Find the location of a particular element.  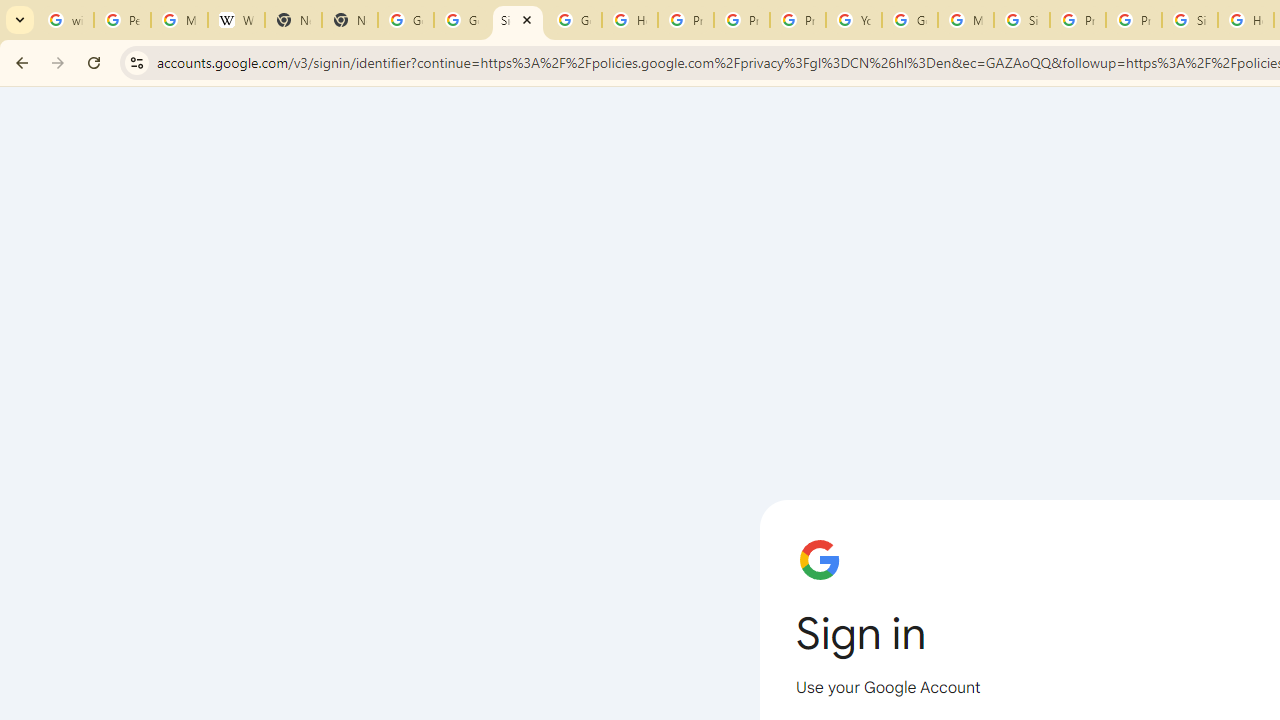

'New Tab' is located at coordinates (292, 20).